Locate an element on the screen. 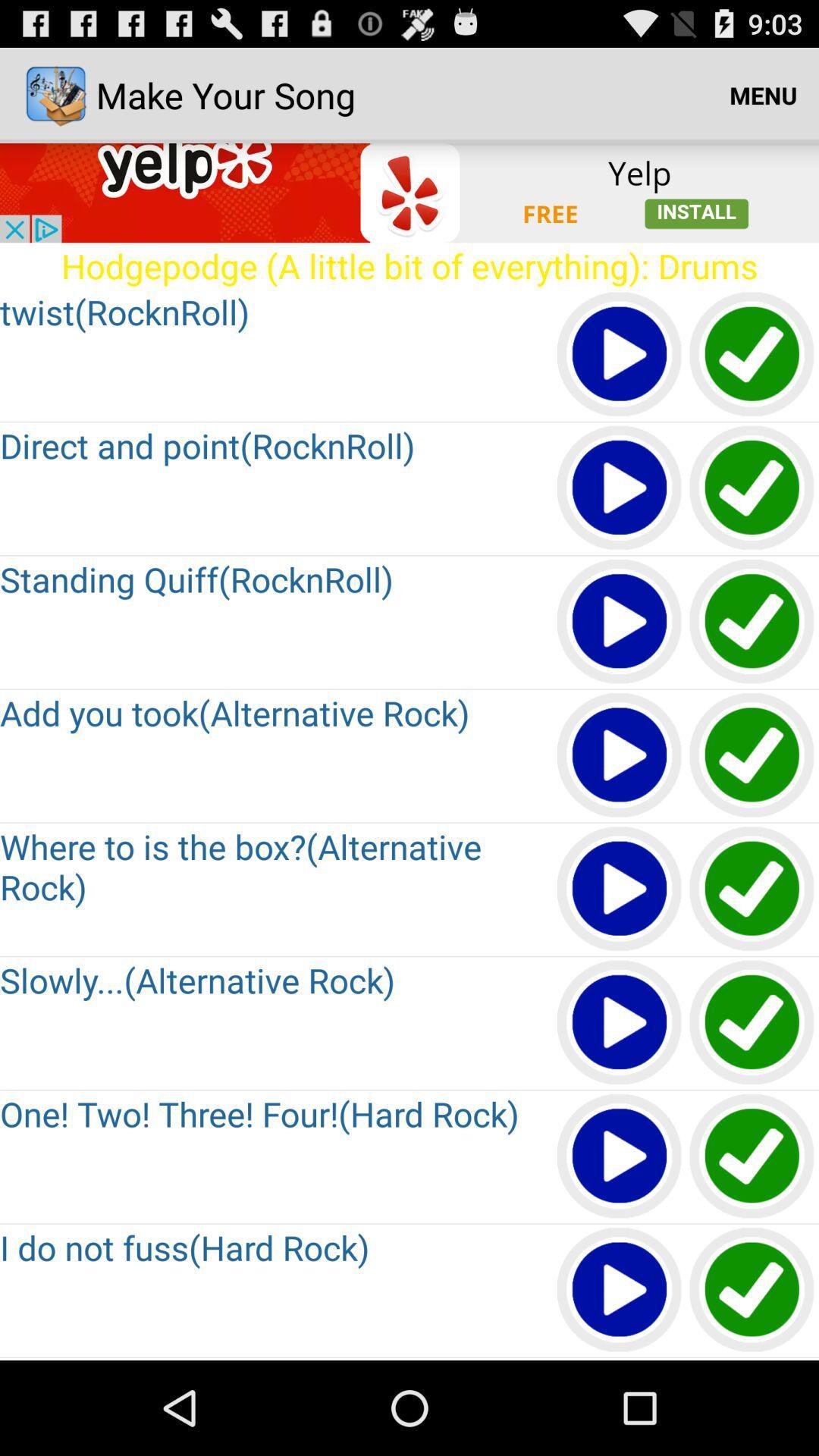  install yelp app is located at coordinates (409, 192).